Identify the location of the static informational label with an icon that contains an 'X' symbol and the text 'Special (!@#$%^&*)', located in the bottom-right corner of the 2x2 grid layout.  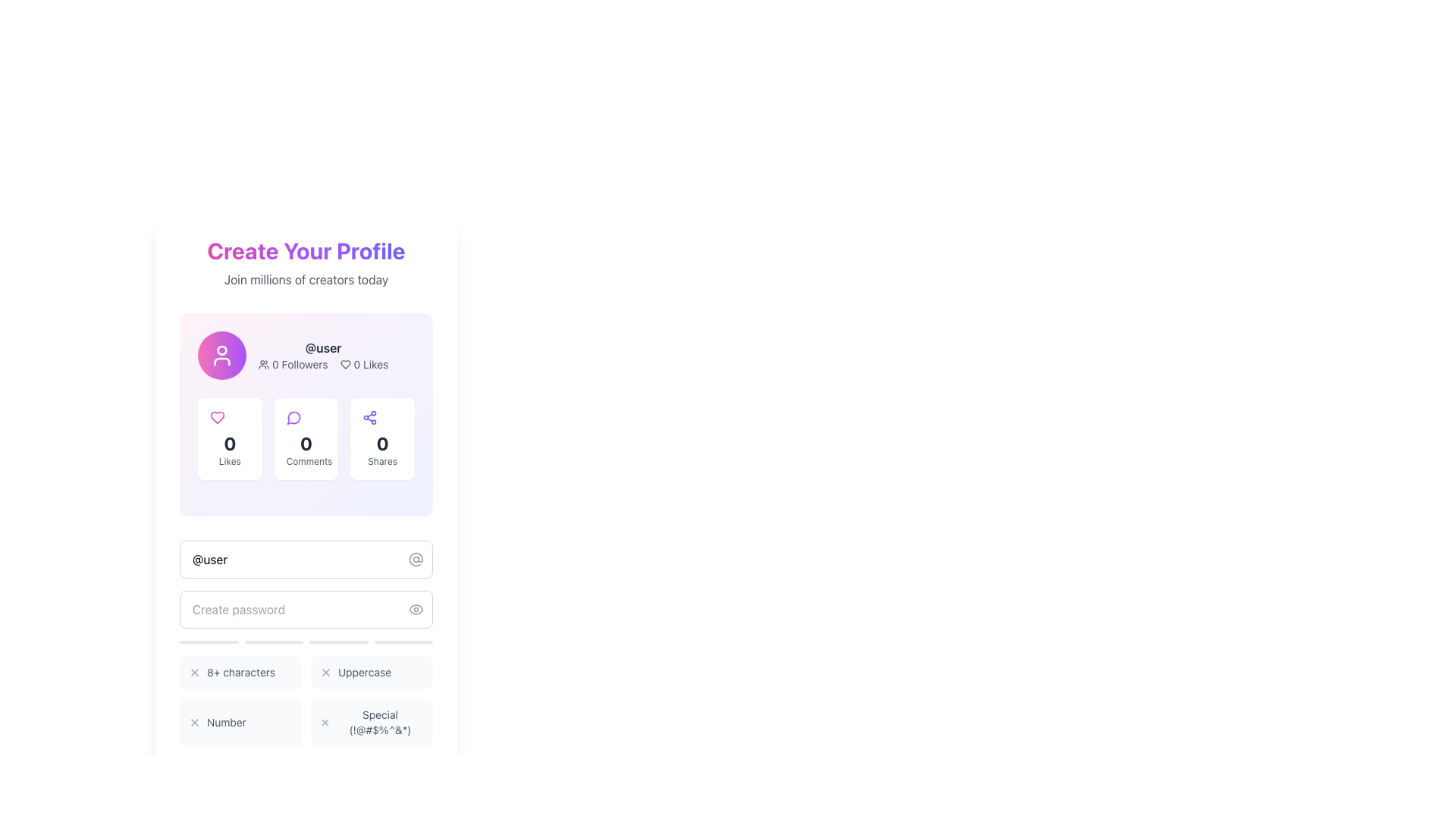
(372, 721).